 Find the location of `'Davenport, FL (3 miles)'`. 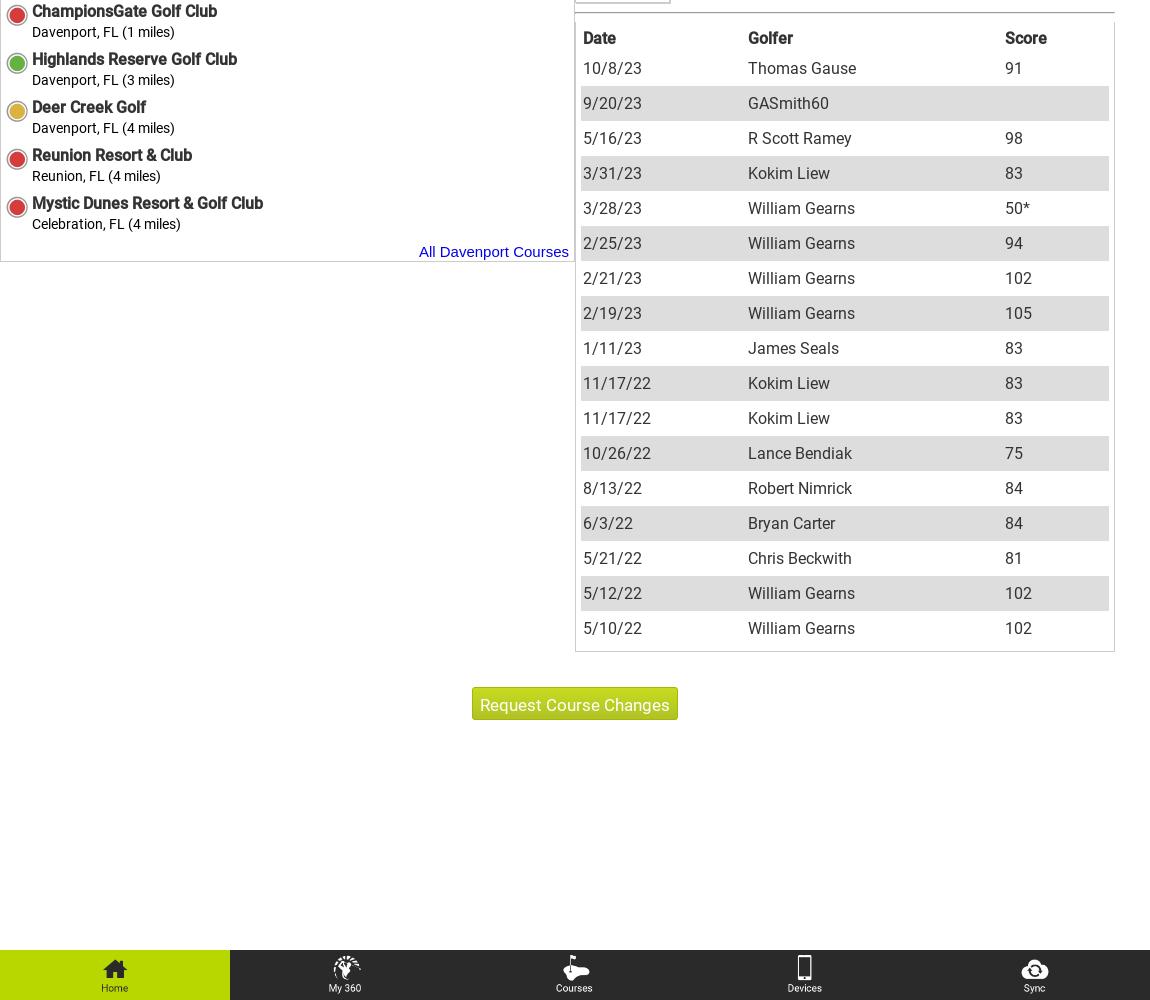

'Davenport, FL (3 miles)' is located at coordinates (102, 79).